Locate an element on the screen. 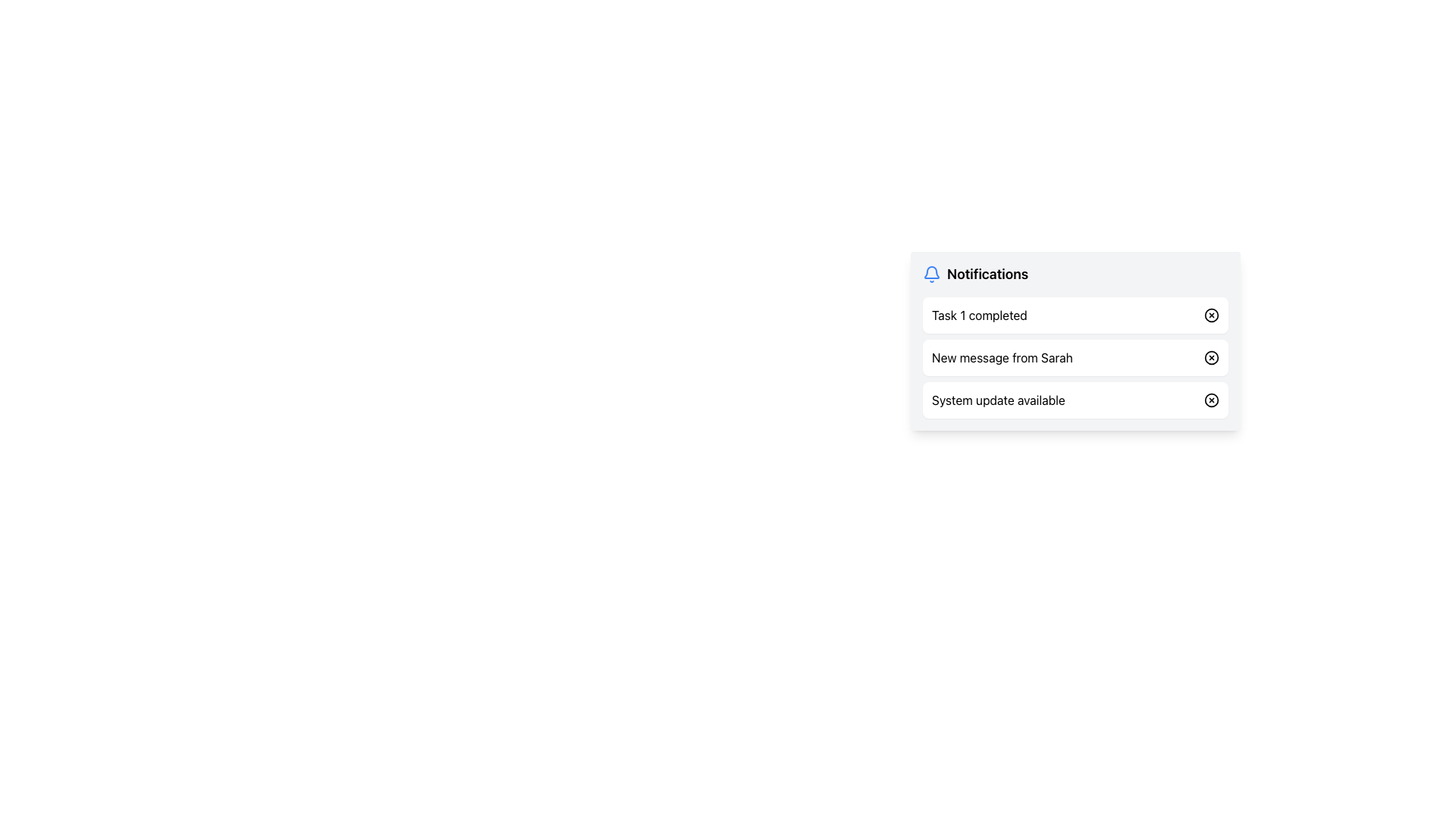 The image size is (1456, 819). circular part of the 'X' button located on the rightmost side of the second row in the notification panel is located at coordinates (1211, 357).